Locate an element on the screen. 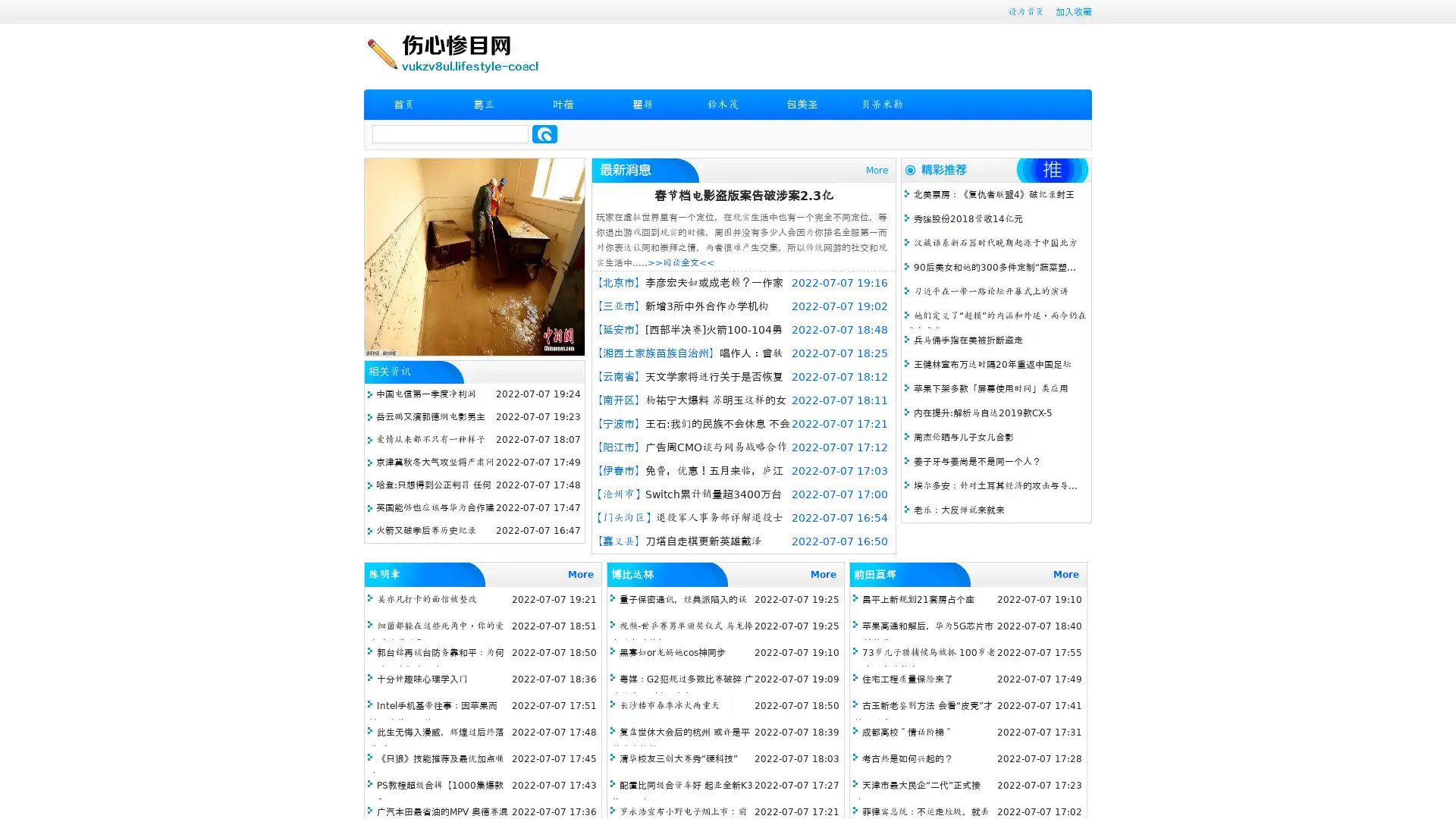  Search is located at coordinates (544, 133).